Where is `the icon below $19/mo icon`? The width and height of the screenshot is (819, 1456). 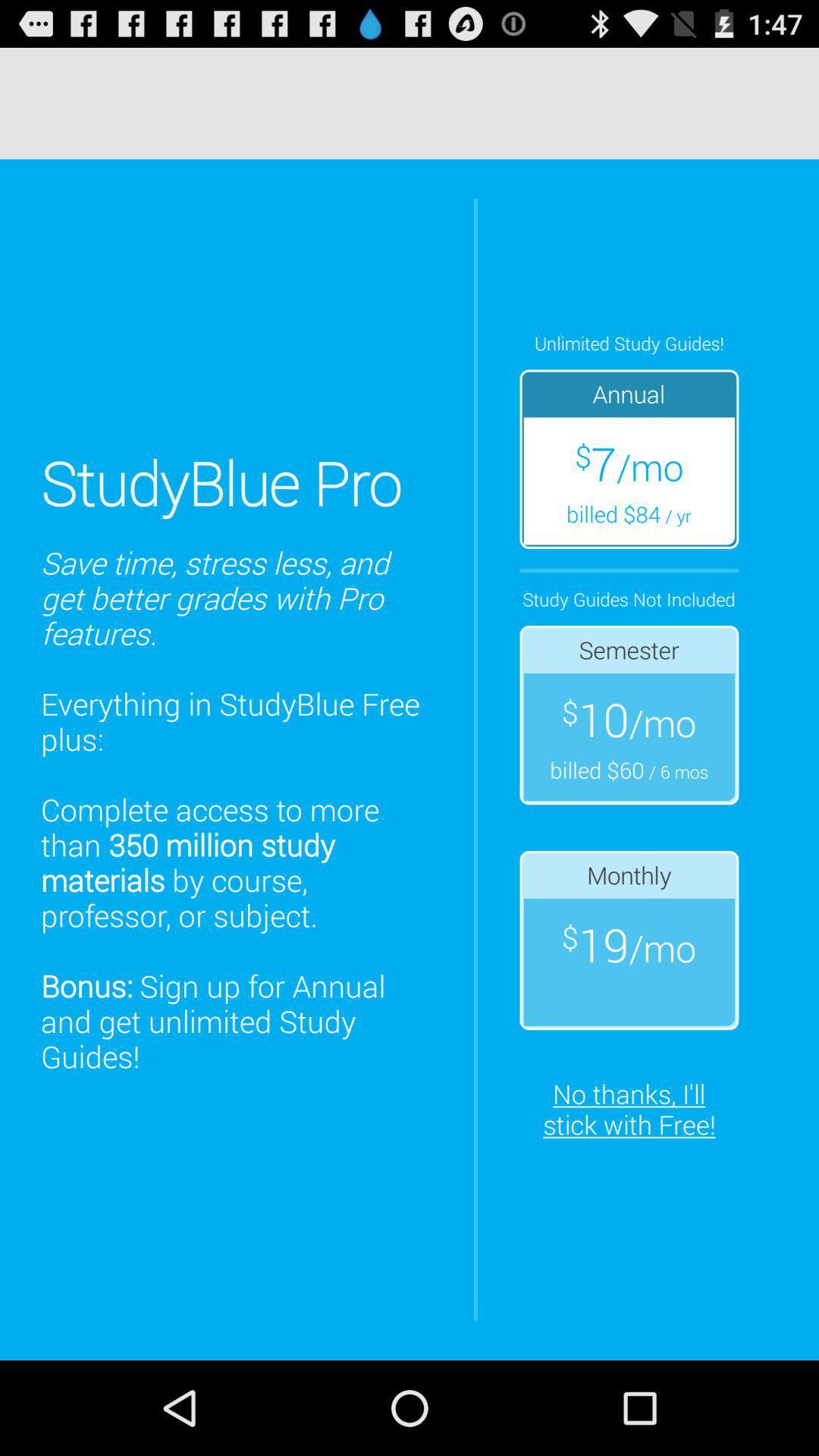
the icon below $19/mo icon is located at coordinates (629, 1109).